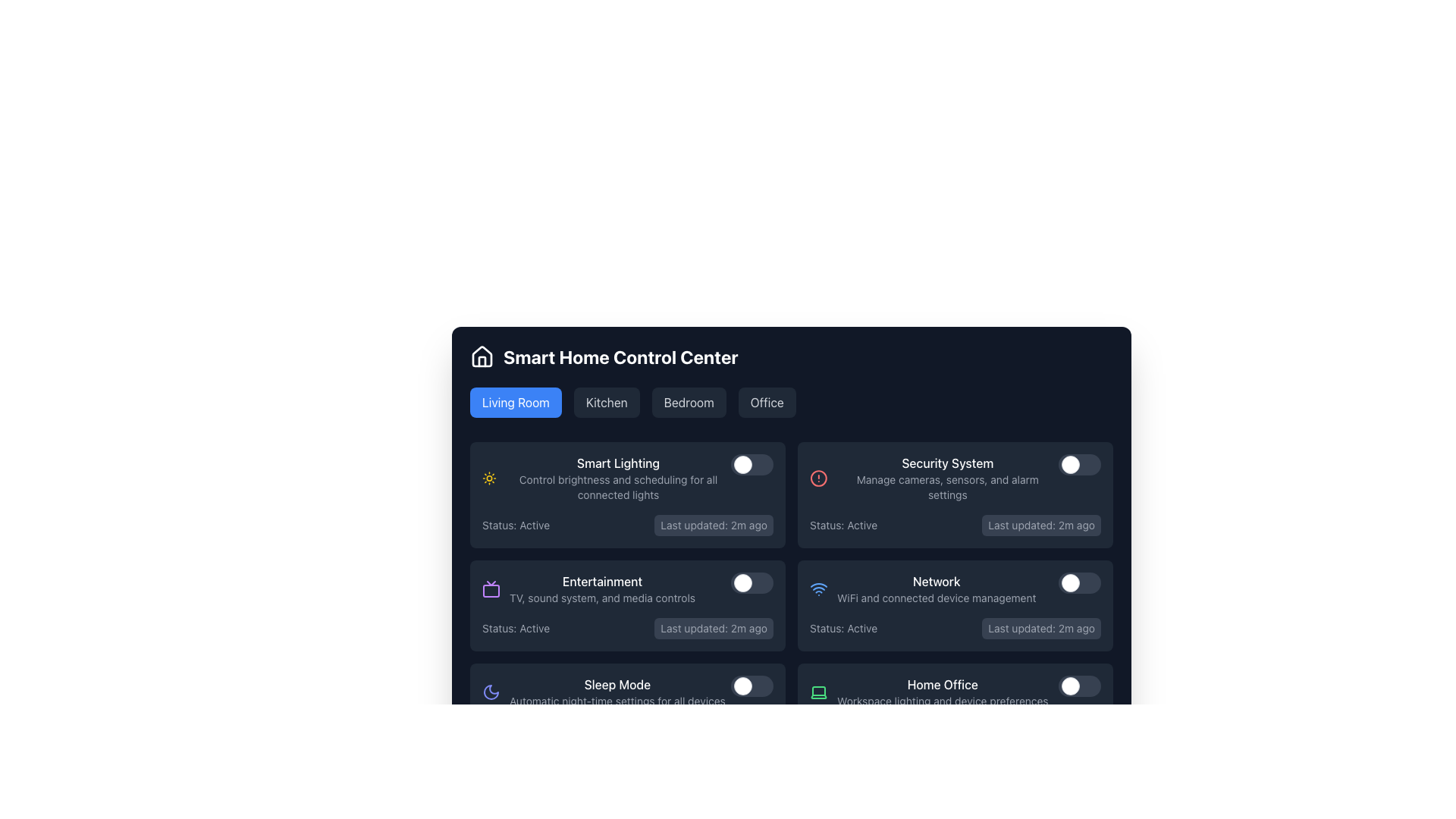 This screenshot has height=819, width=1456. What do you see at coordinates (603, 692) in the screenshot?
I see `the 'Sleep Mode' Text and Icon Group, which features a crescent moon icon and provides automatic night-time settings for all devices` at bounding box center [603, 692].